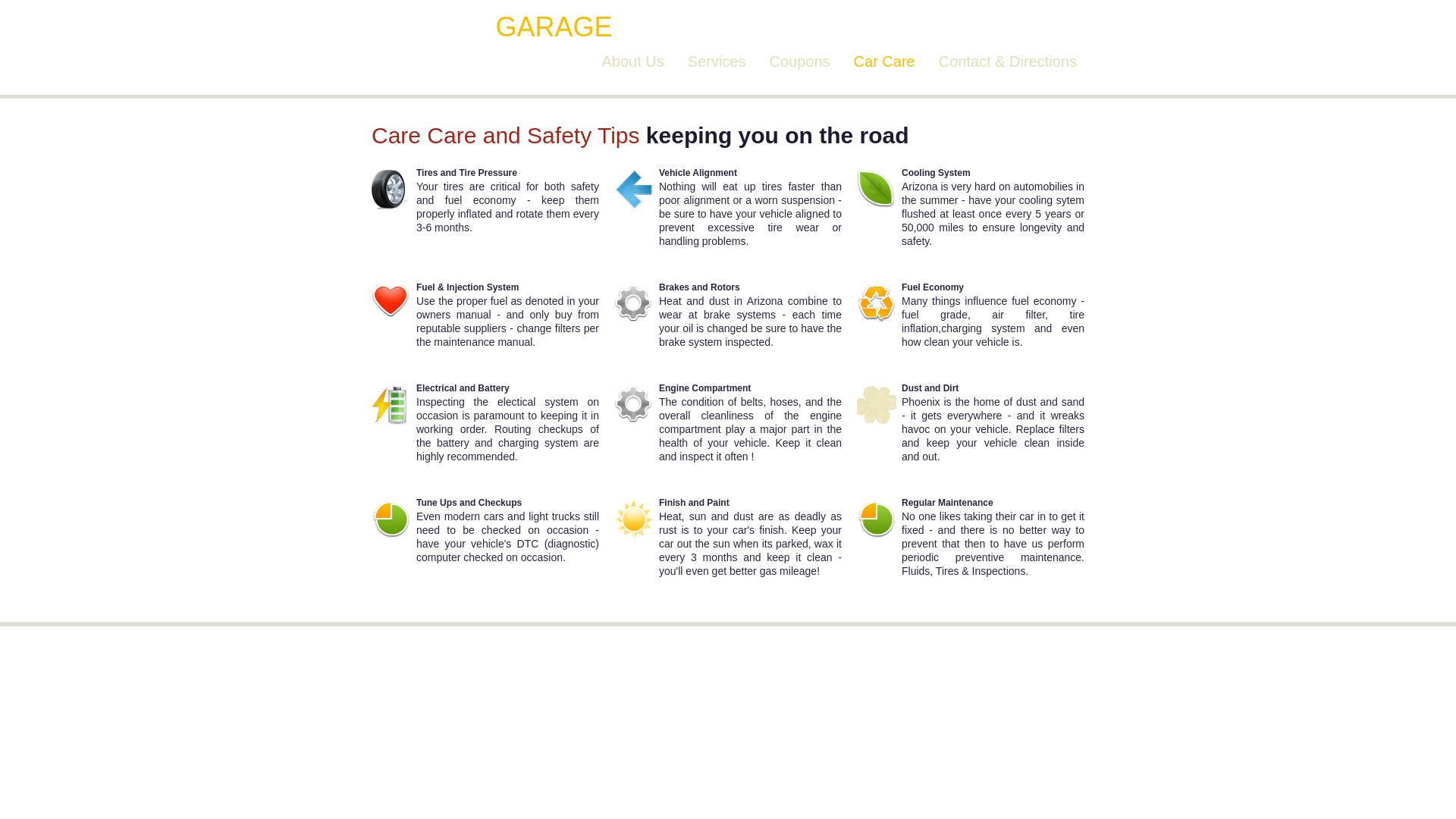 The image size is (1456, 819). I want to click on 'Contact & Directions', so click(1008, 61).